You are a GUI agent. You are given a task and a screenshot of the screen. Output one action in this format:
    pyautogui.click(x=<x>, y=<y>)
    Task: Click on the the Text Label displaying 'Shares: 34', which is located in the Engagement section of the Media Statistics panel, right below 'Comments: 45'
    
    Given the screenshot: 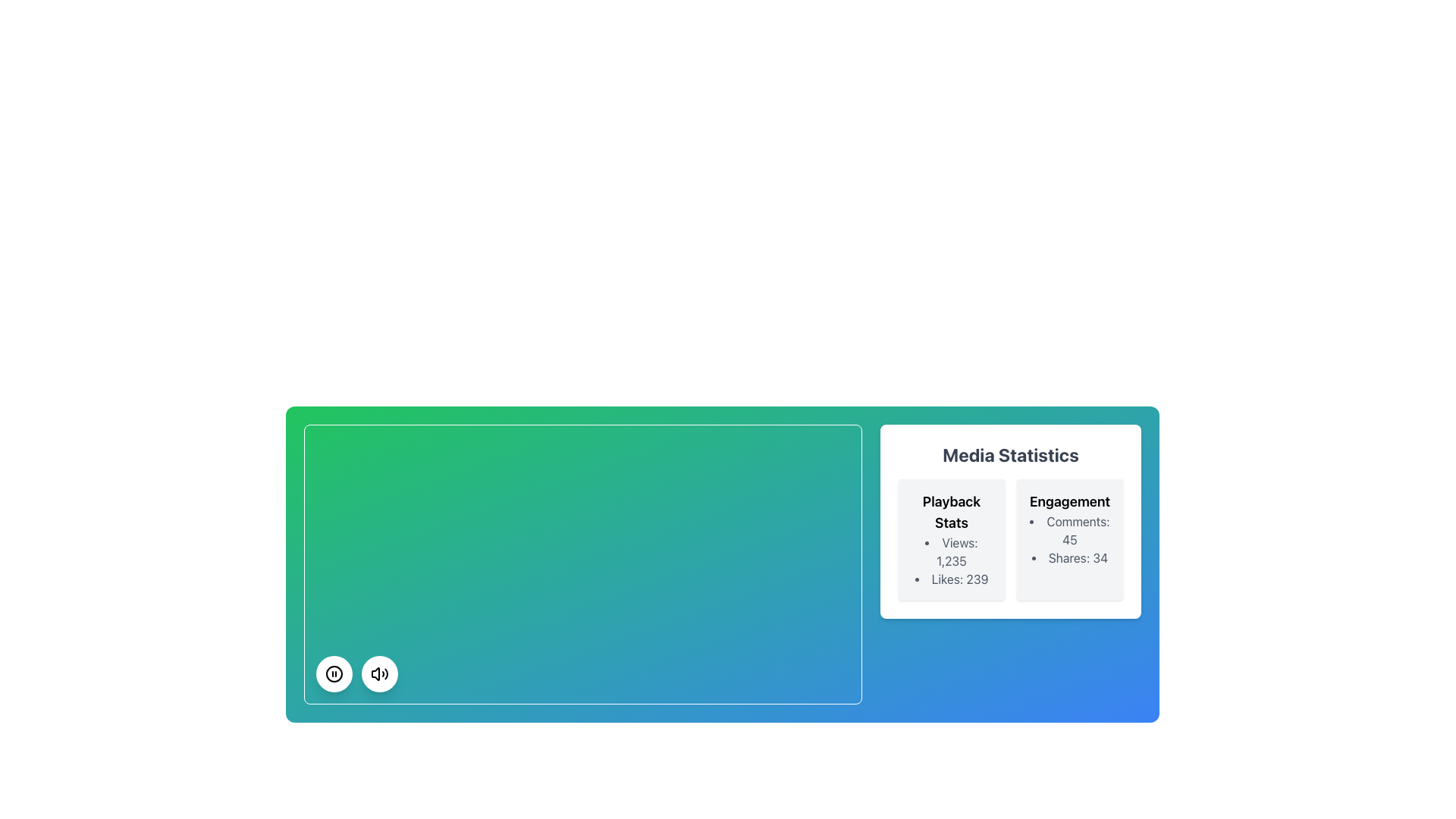 What is the action you would take?
    pyautogui.click(x=1069, y=558)
    